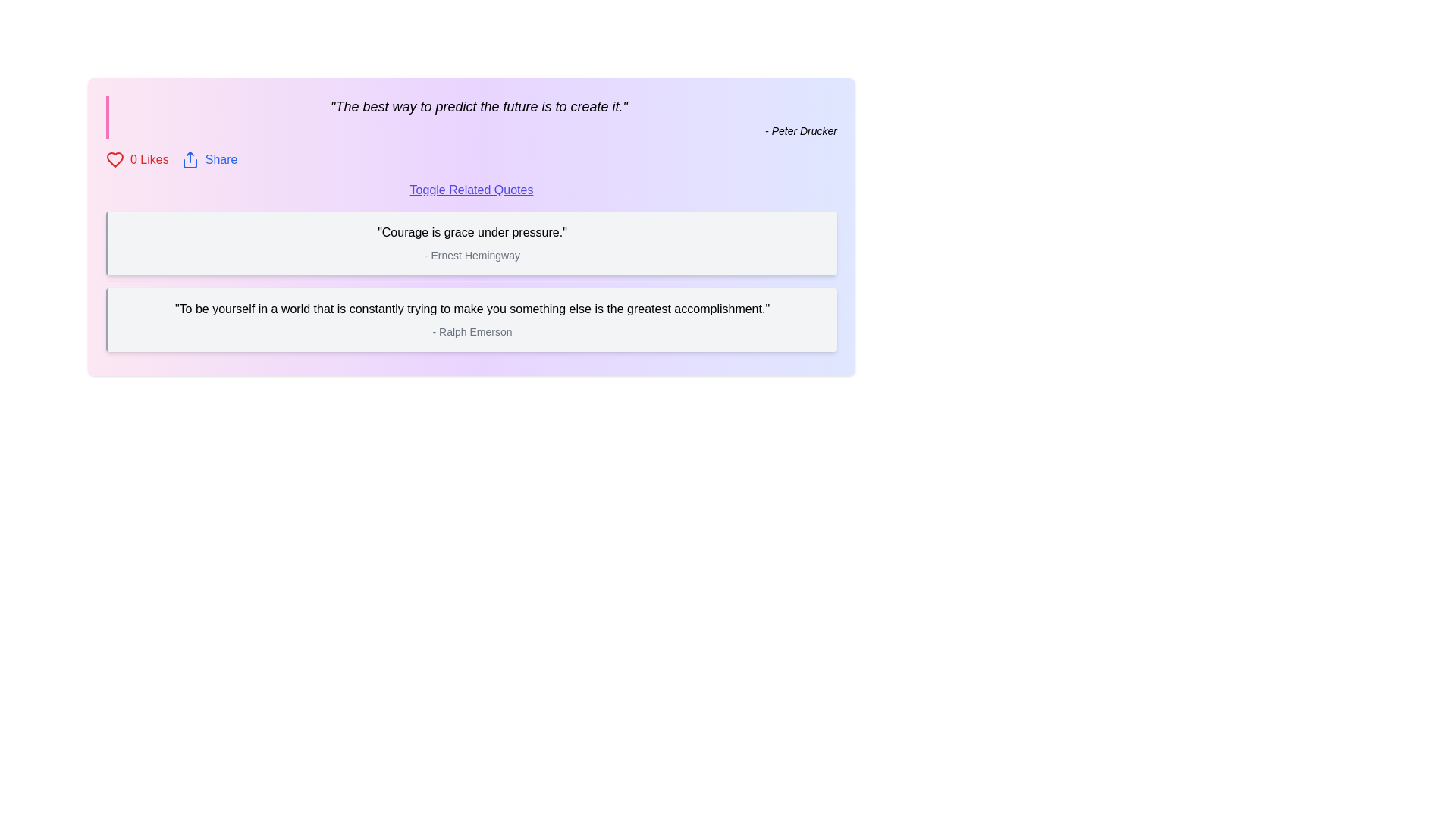  Describe the element at coordinates (471, 189) in the screenshot. I see `the hyperlink labeled 'Toggle Related Quotes'` at that location.